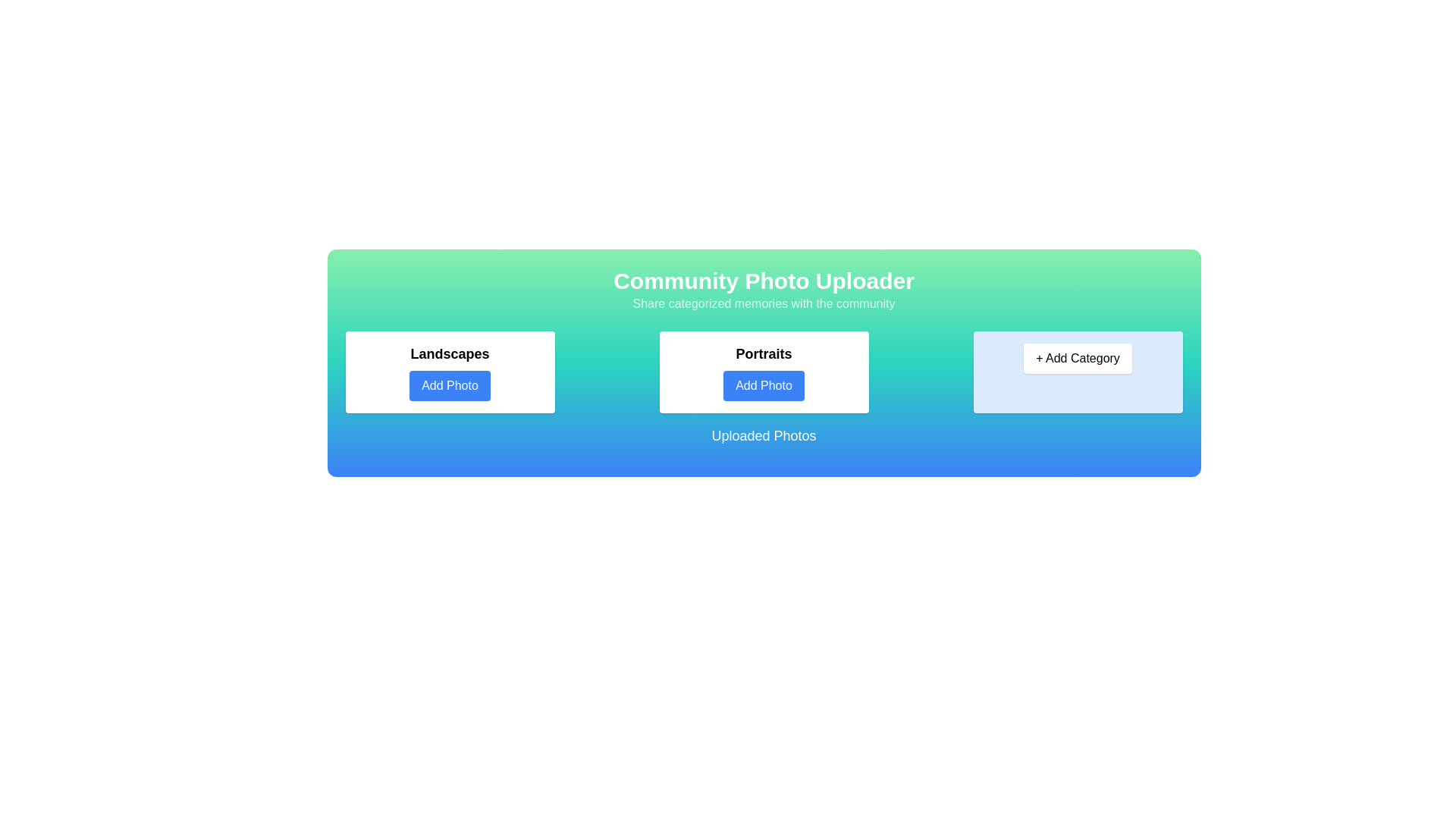  I want to click on the 'Add Photo' button, which is a rounded rectangular button with a blue background and white text, located in the 'Portraits' section, so click(764, 385).